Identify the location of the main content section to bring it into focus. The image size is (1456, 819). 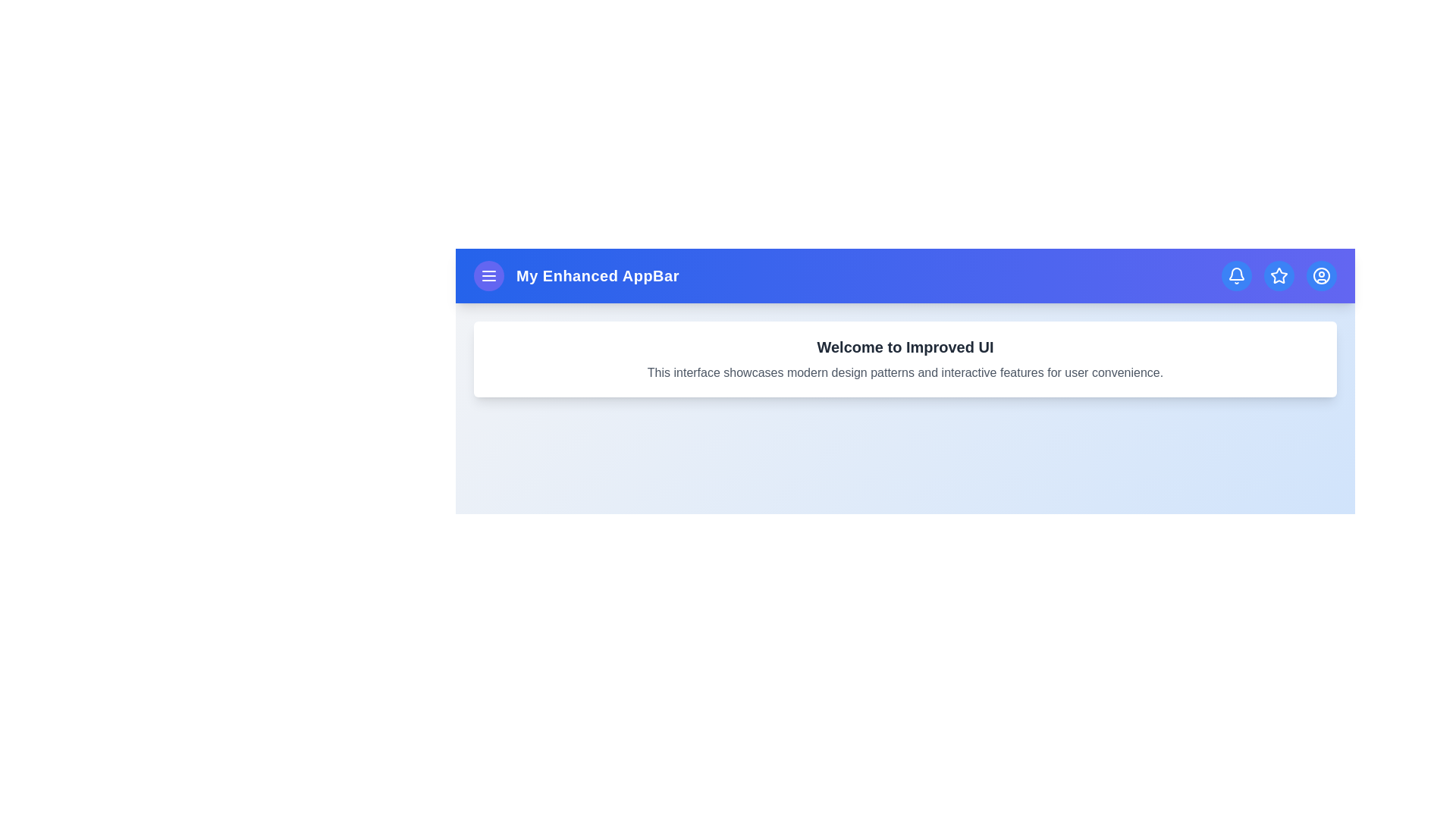
(905, 359).